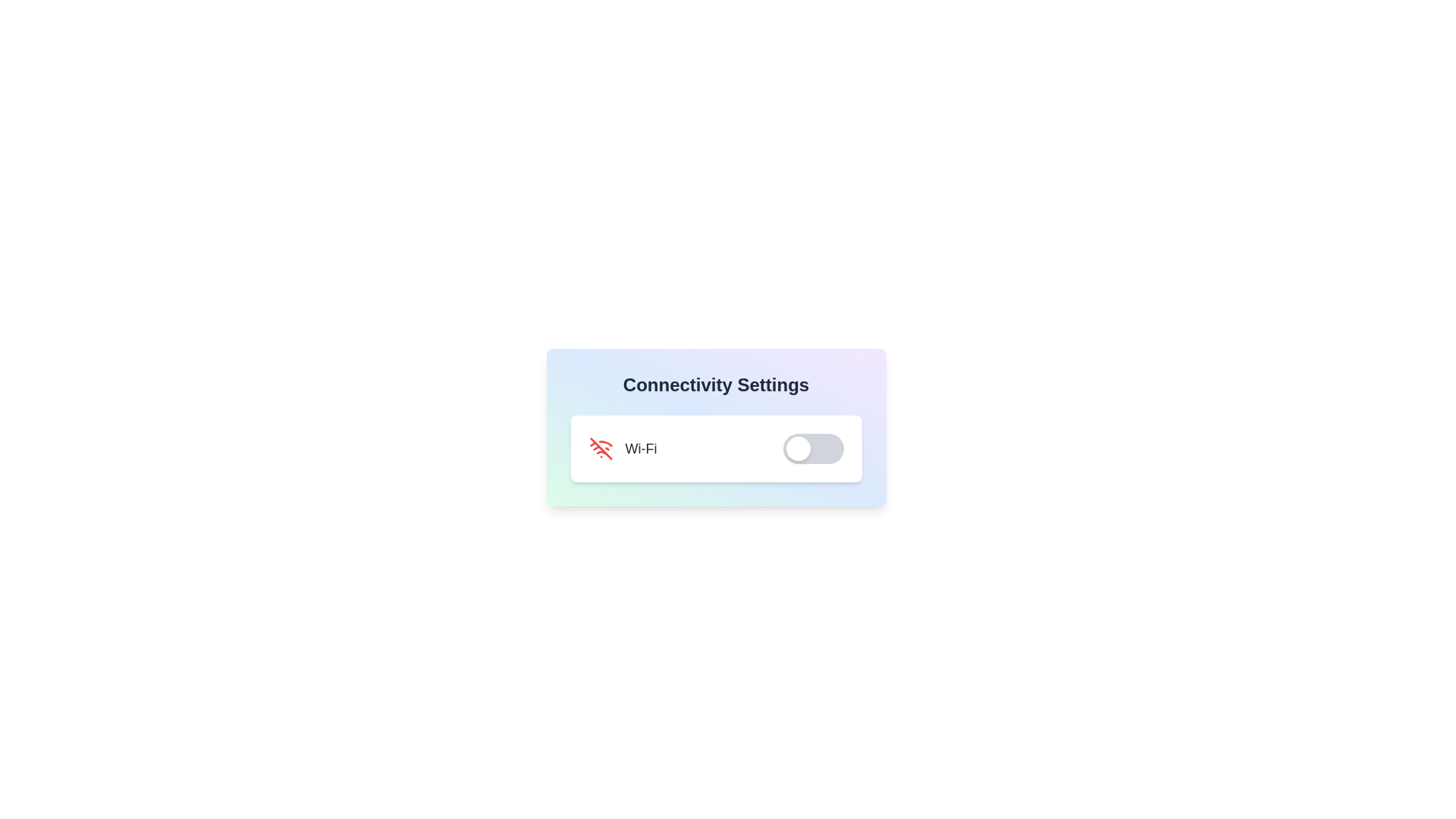 The height and width of the screenshot is (819, 1456). What do you see at coordinates (715, 447) in the screenshot?
I see `the Wi-Fi status card located in the middle section of the 'Connectivity Settings' component, below the title` at bounding box center [715, 447].